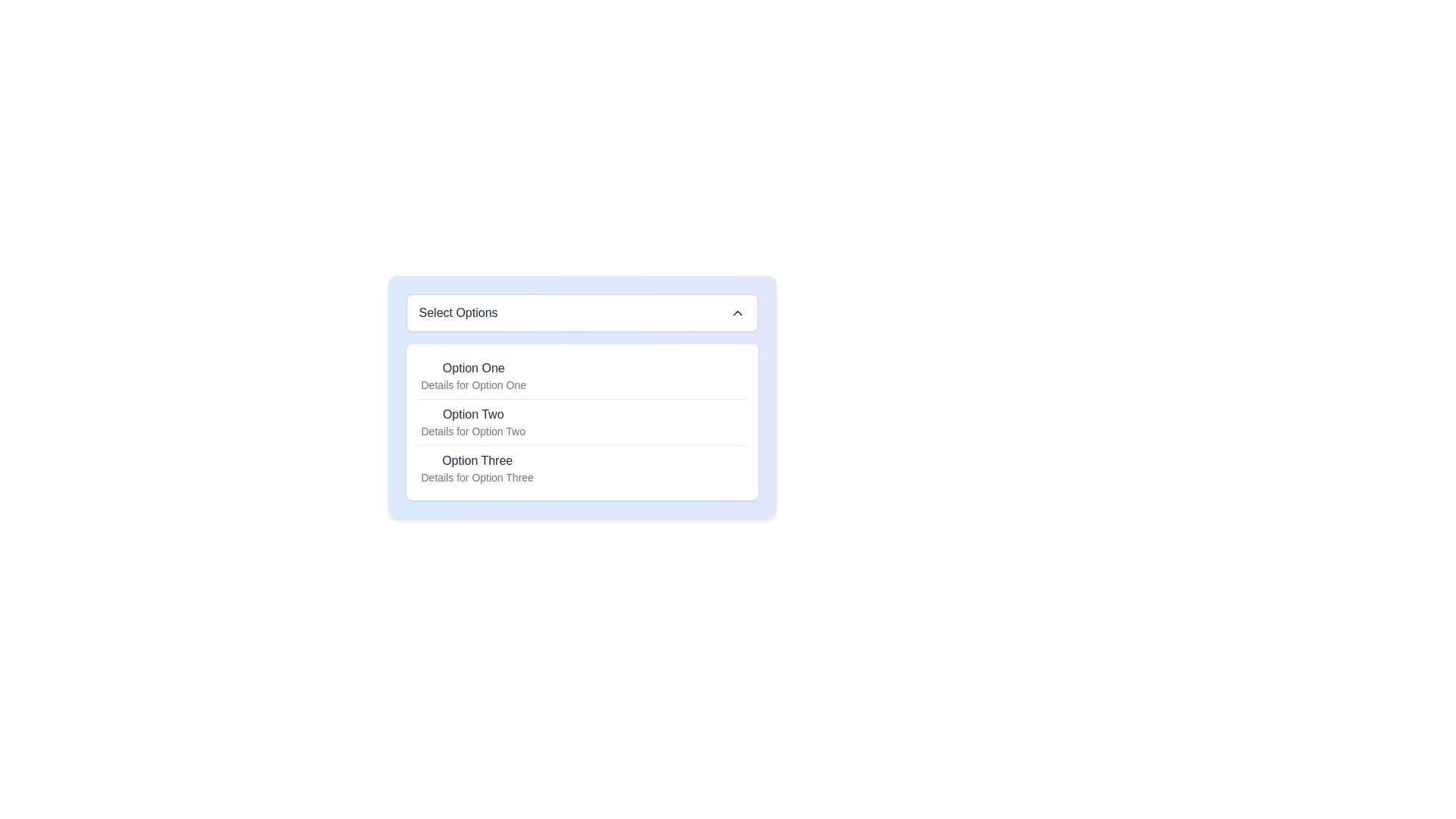  Describe the element at coordinates (472, 431) in the screenshot. I see `the textual label displaying 'Details for Option Two', which is styled with a smaller font size and gray color, located directly below 'Option Two' in the drop-down list` at that location.